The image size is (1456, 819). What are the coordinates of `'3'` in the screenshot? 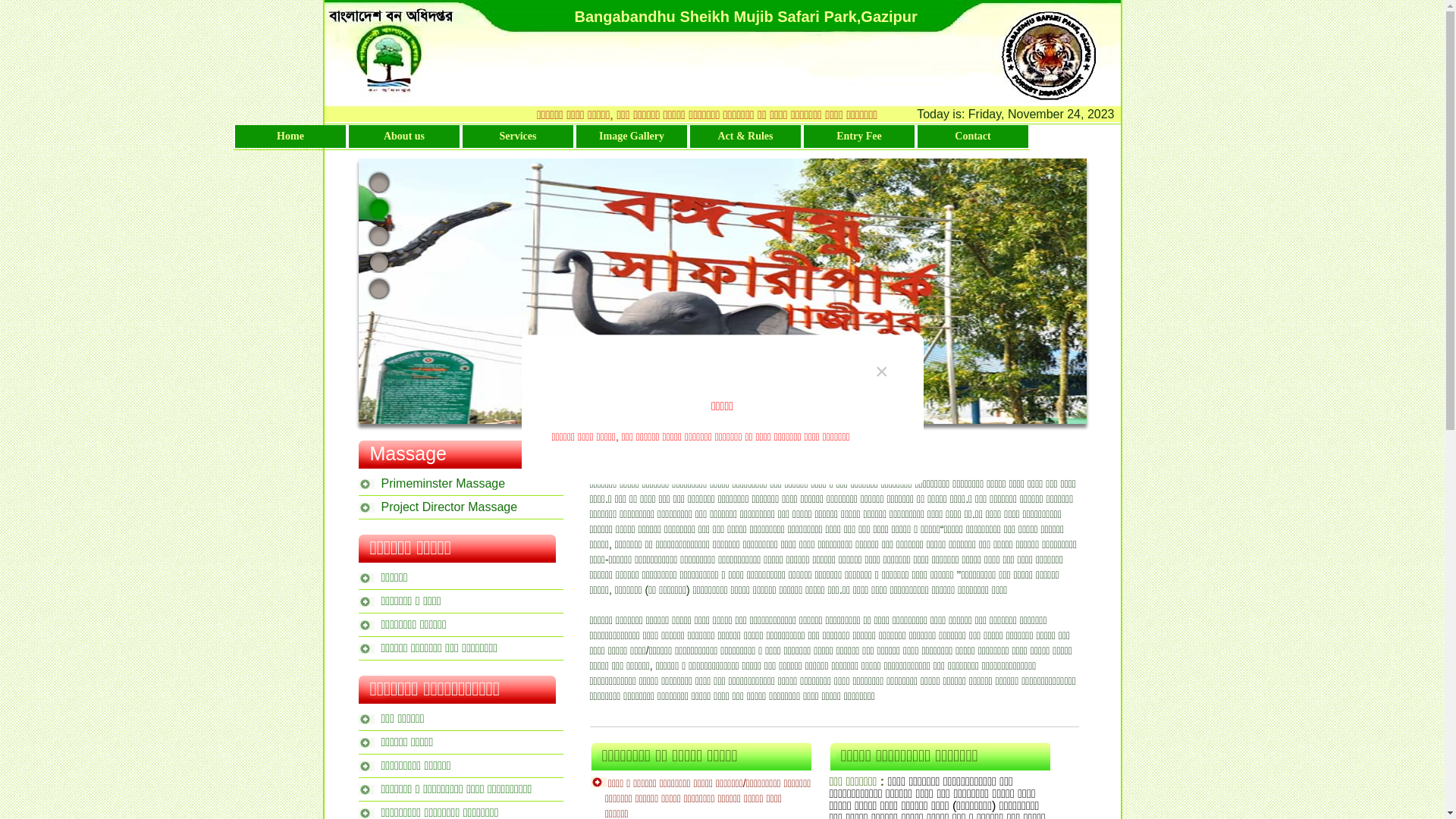 It's located at (378, 234).